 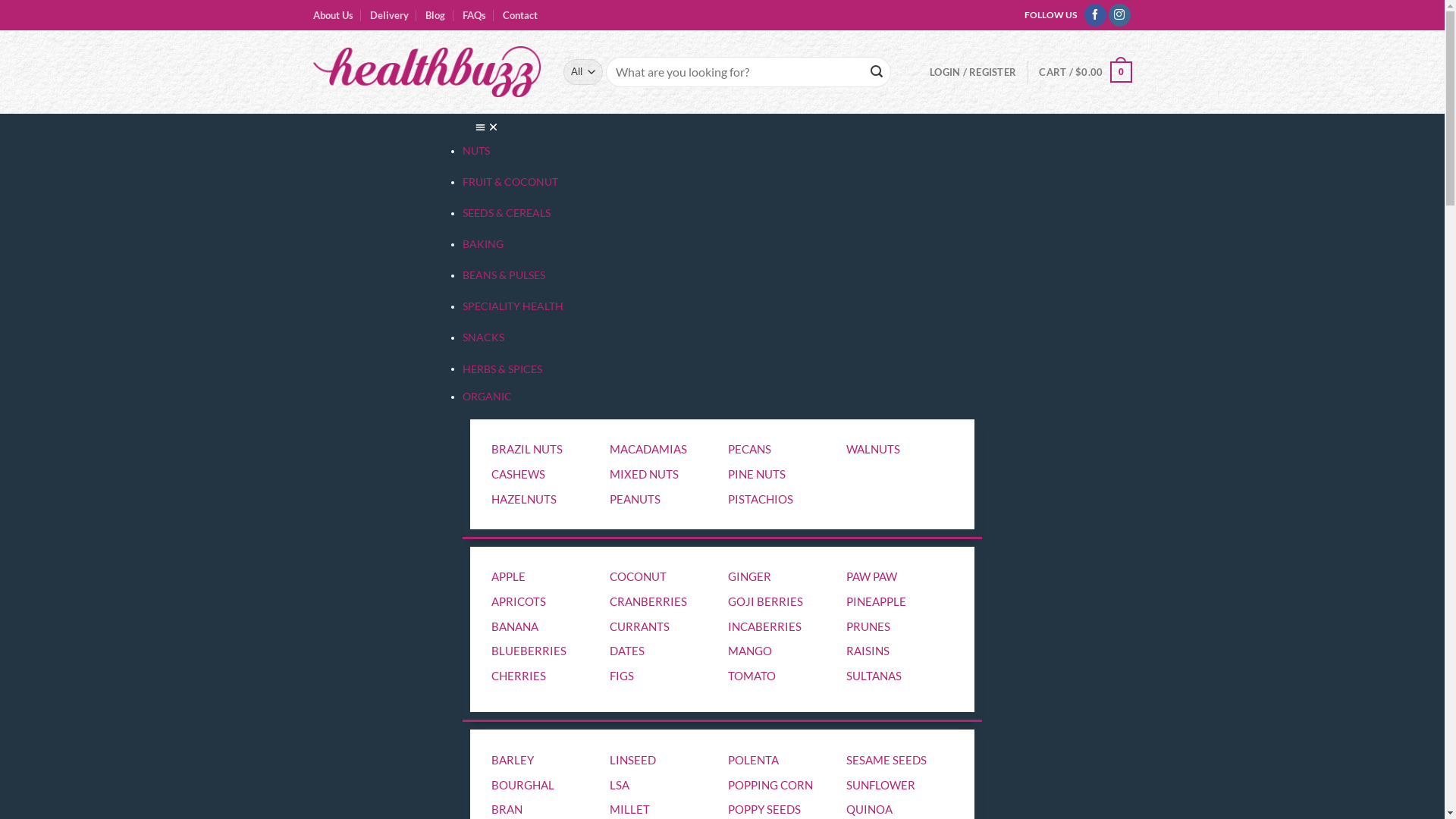 I want to click on 'POLENTA', so click(x=753, y=760).